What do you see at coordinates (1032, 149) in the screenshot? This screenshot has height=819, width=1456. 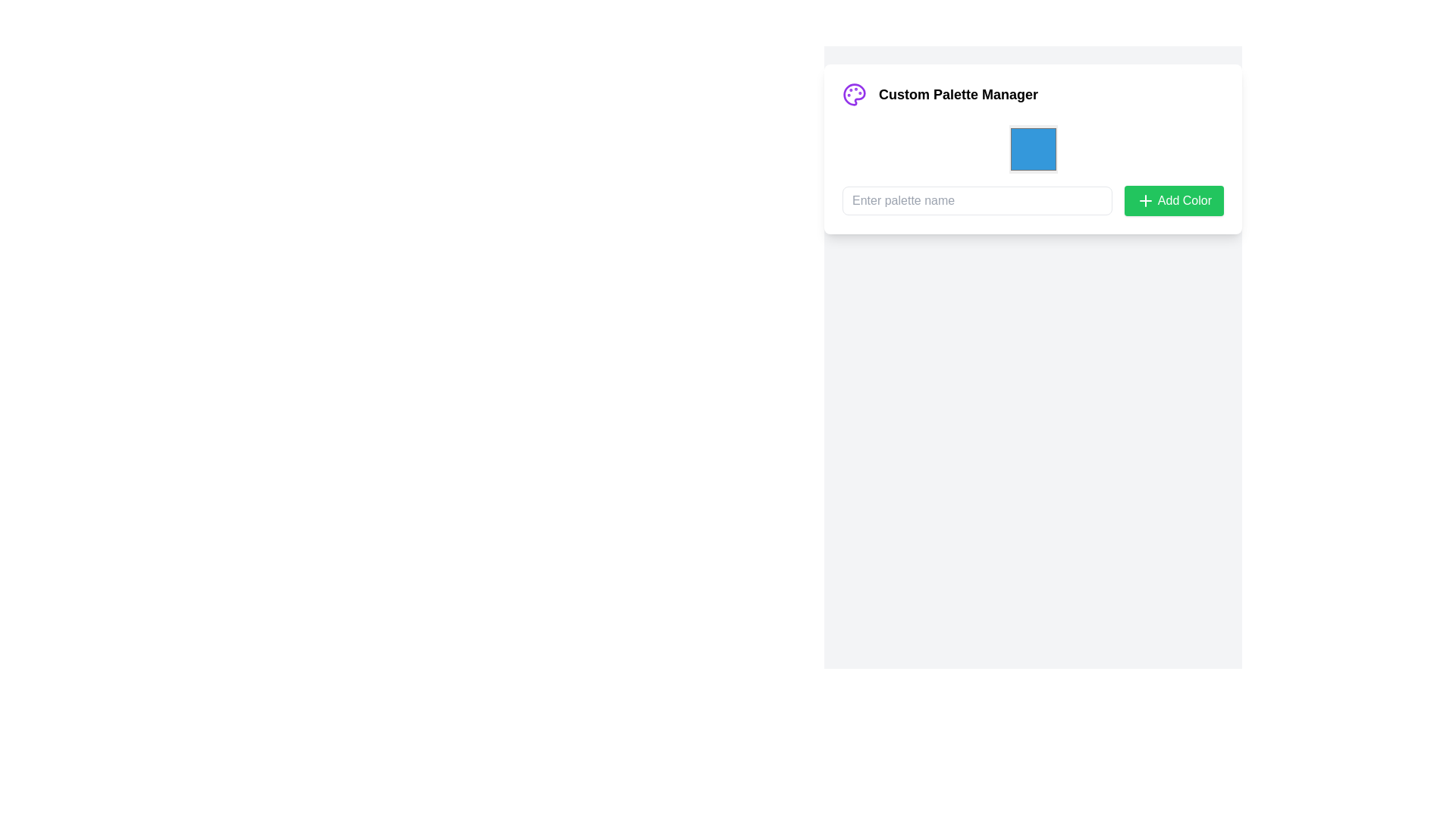 I see `the blue square color selector located in the 'Custom Palette Manager' card` at bounding box center [1032, 149].